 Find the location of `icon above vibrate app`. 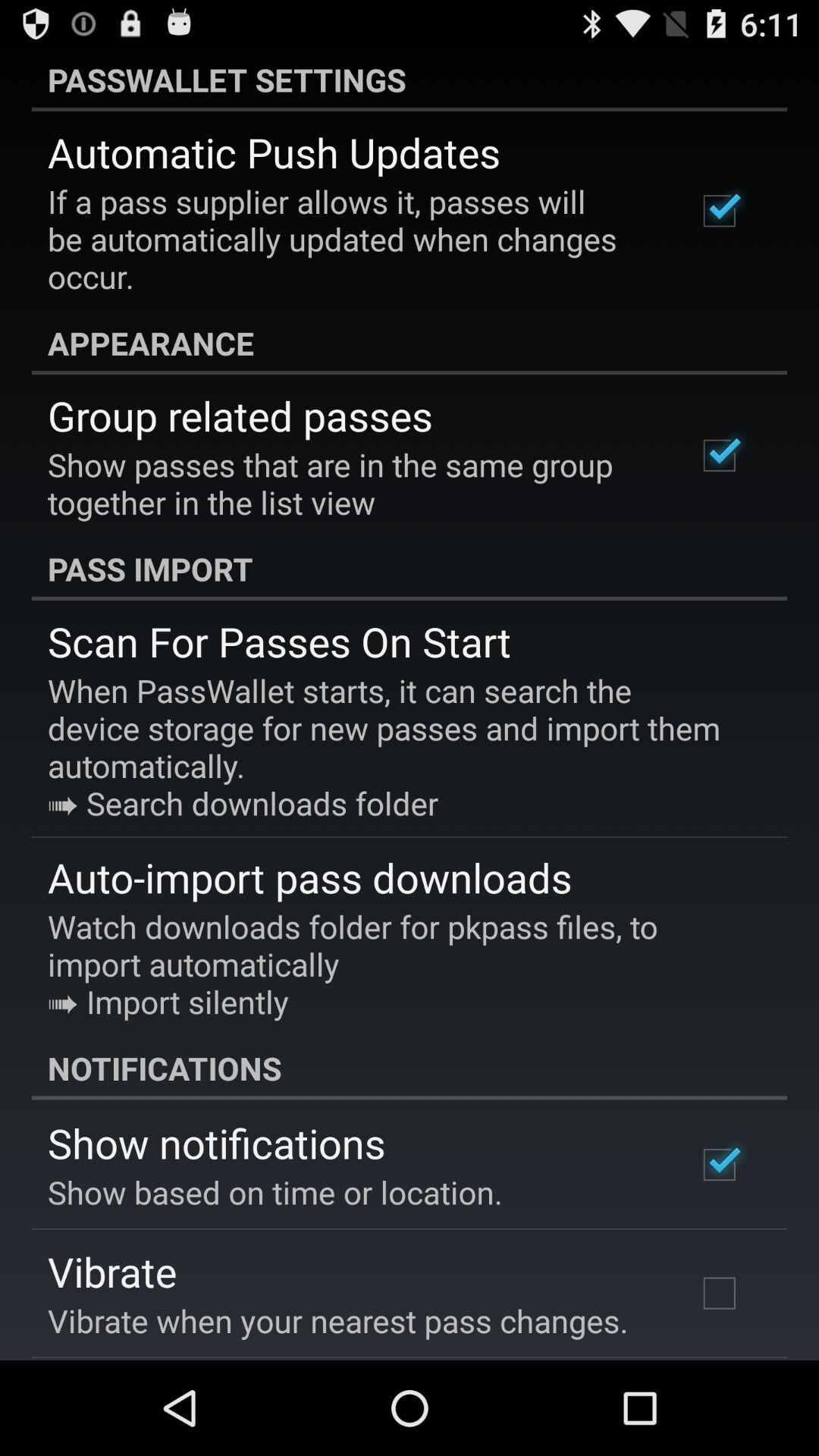

icon above vibrate app is located at coordinates (275, 1191).